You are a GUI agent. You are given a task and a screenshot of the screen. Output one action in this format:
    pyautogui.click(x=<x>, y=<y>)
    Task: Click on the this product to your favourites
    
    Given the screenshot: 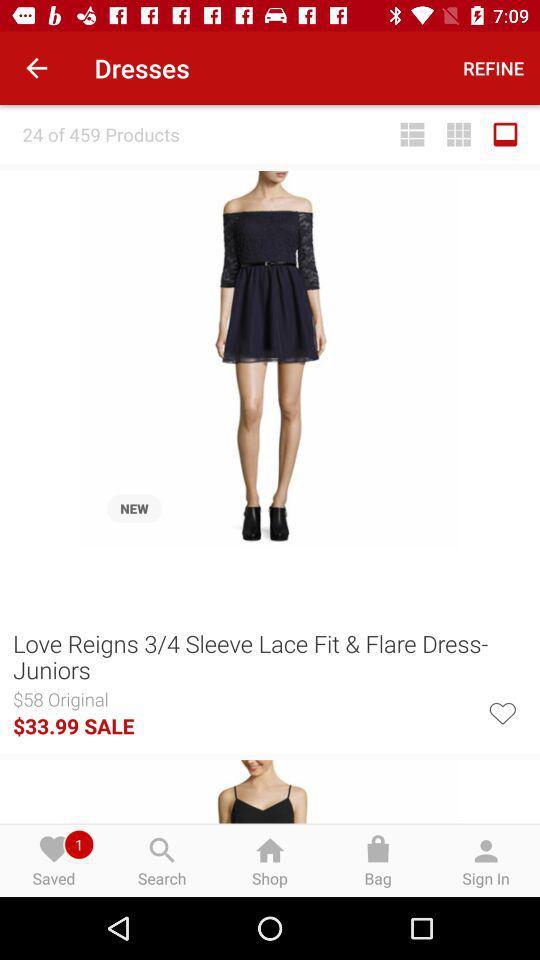 What is the action you would take?
    pyautogui.click(x=501, y=711)
    